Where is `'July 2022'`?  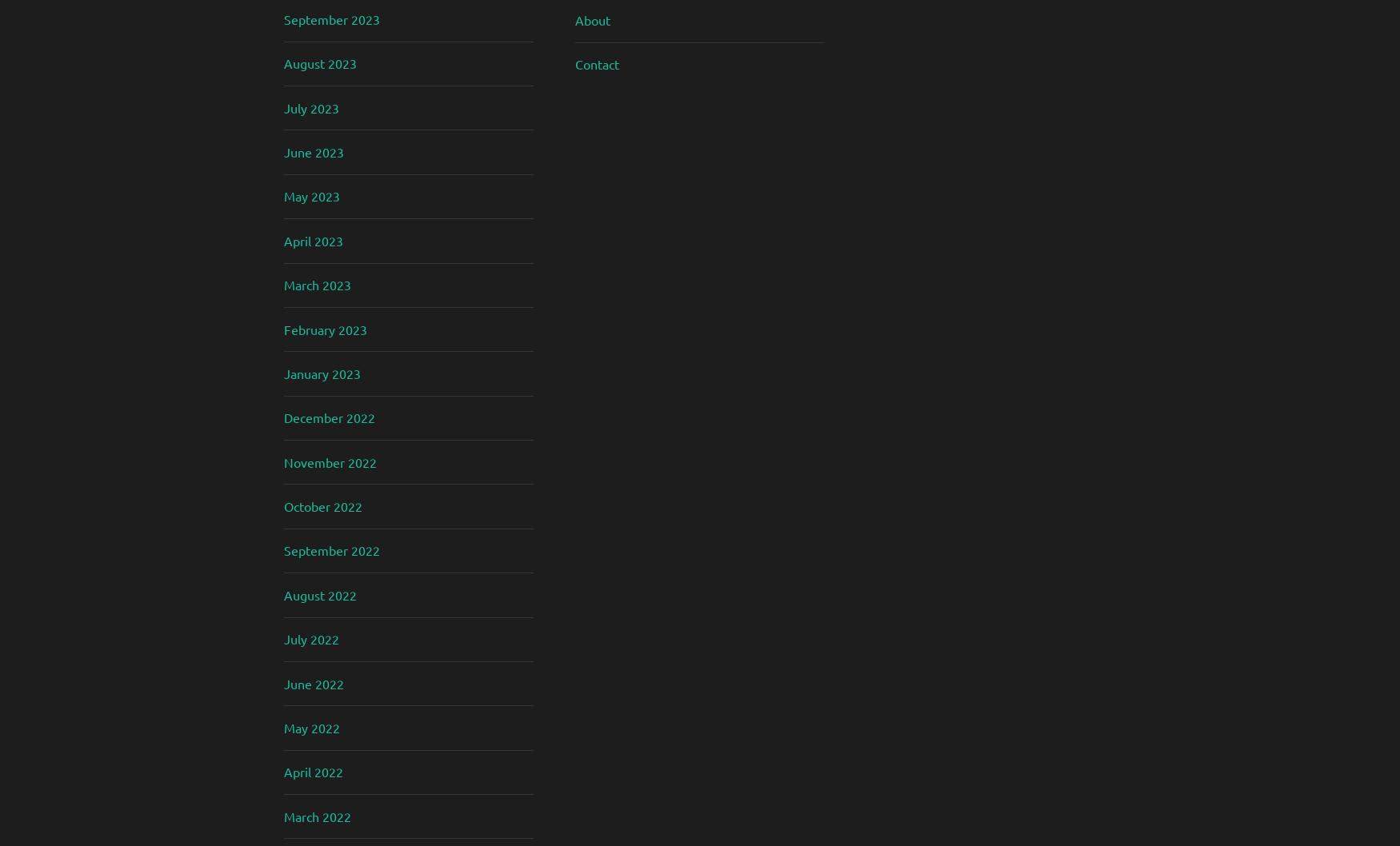
'July 2022' is located at coordinates (284, 638).